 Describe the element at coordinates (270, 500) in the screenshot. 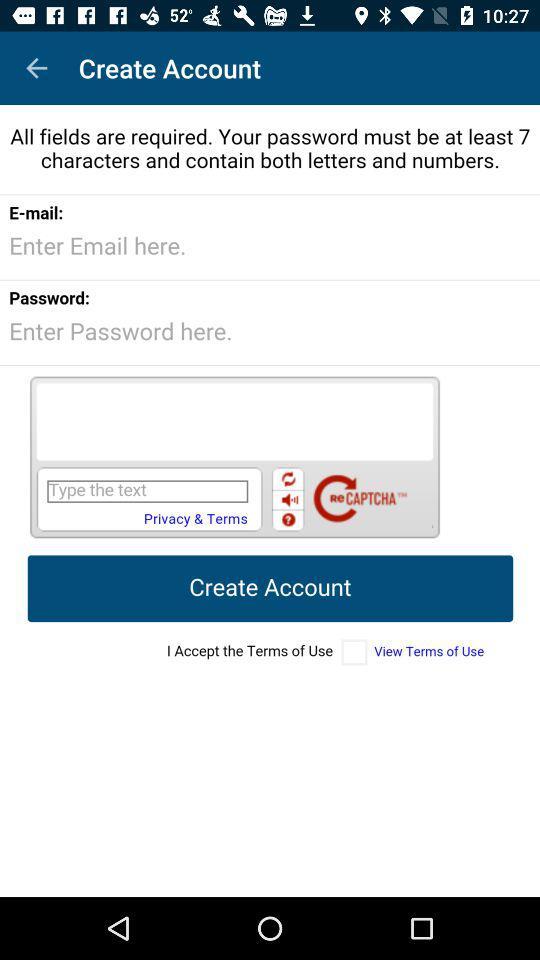

I see `account section` at that location.